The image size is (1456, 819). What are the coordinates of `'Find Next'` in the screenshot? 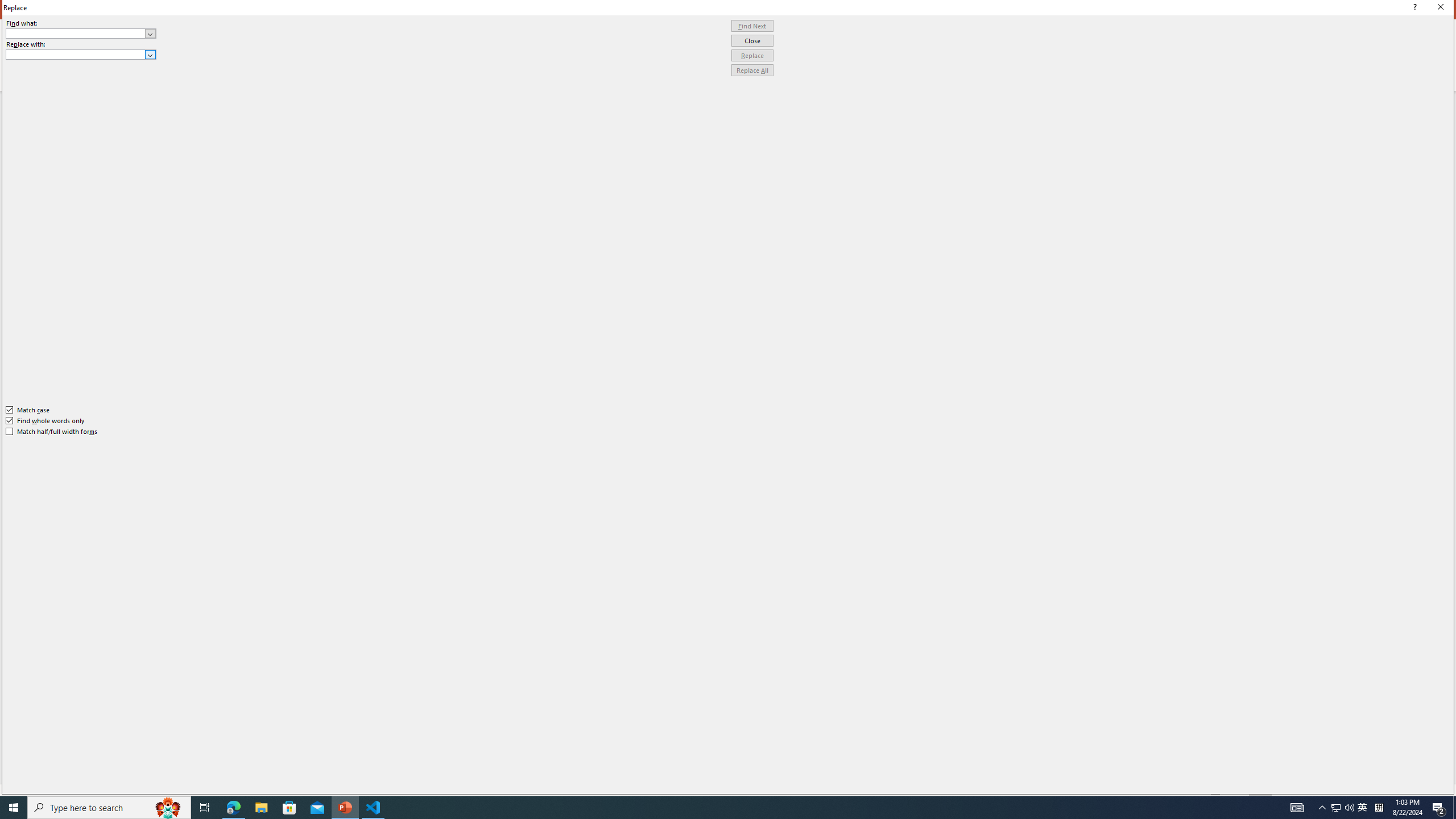 It's located at (752, 26).